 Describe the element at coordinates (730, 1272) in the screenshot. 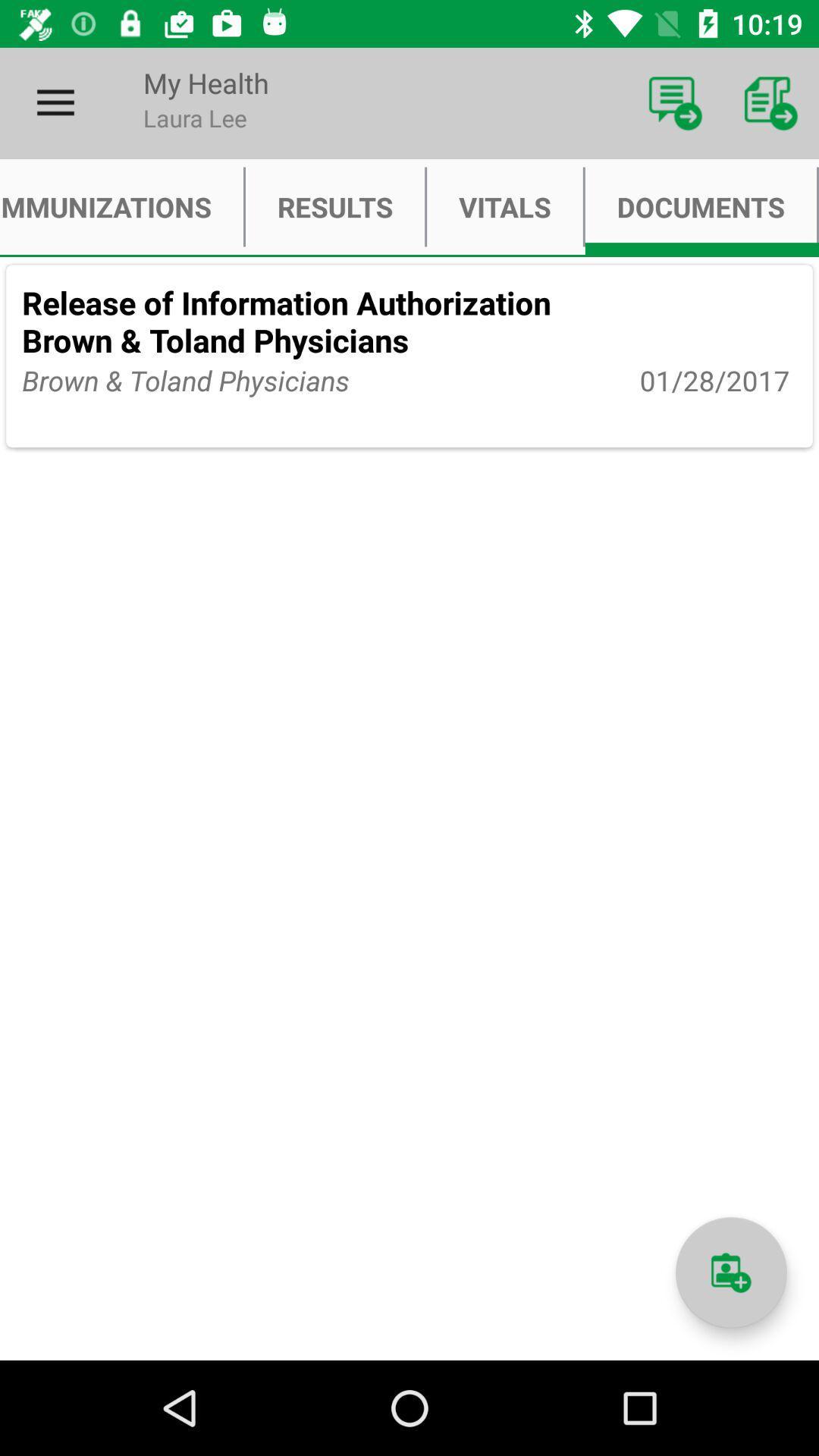

I see `icon below the 01/28/2017  item` at that location.